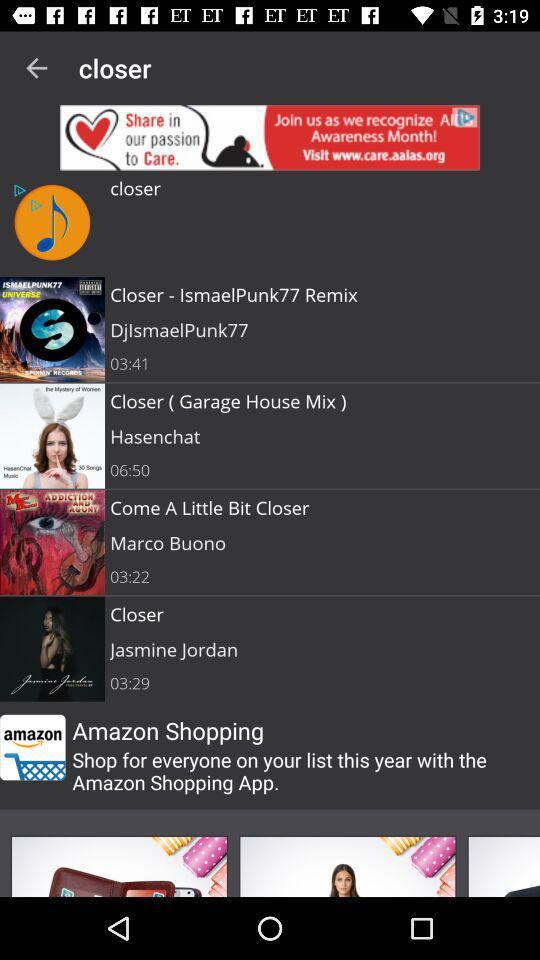 The image size is (540, 960). What do you see at coordinates (31, 746) in the screenshot?
I see `amazon advertiser link` at bounding box center [31, 746].